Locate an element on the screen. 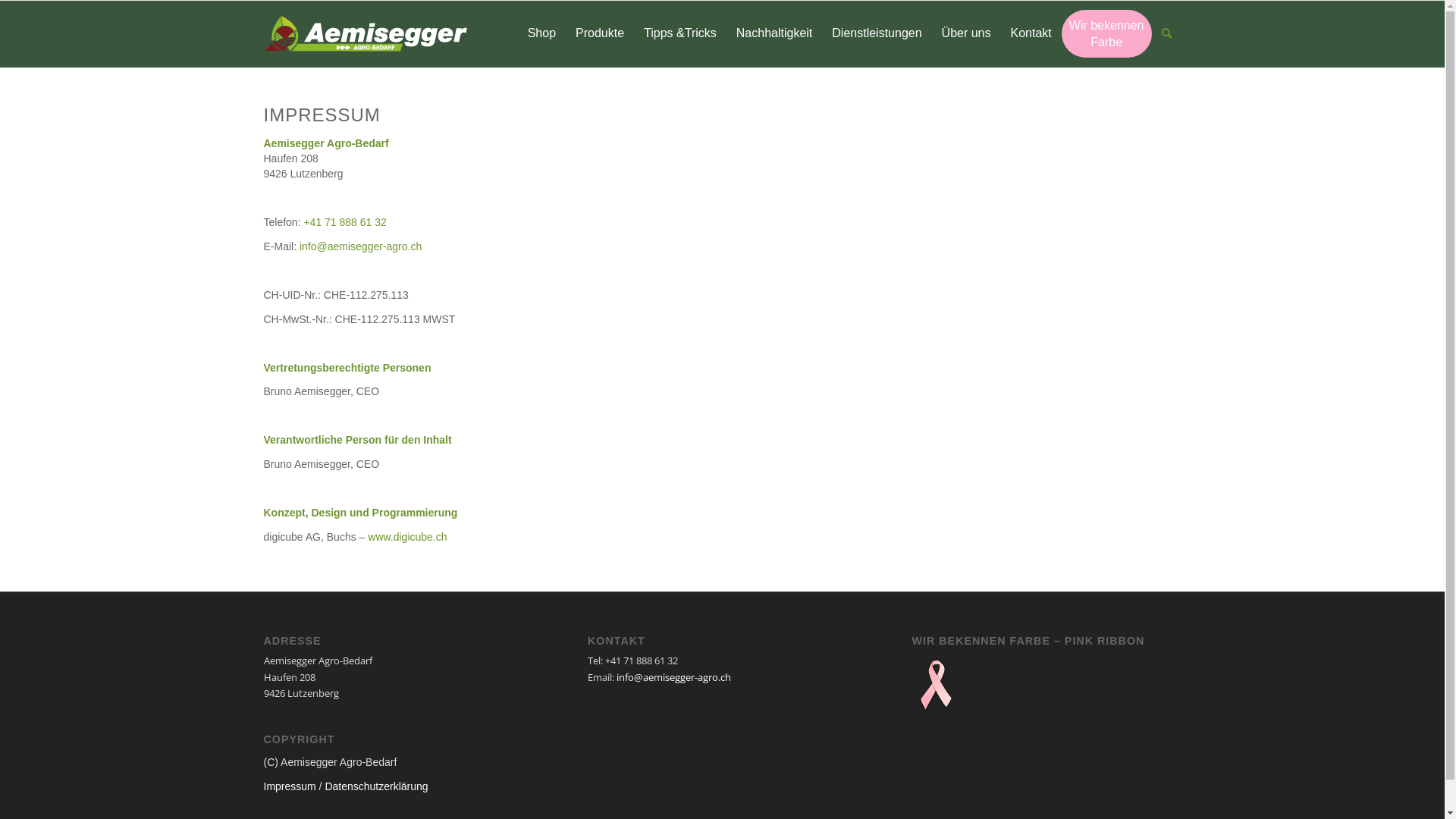  'Produkte' is located at coordinates (599, 34).